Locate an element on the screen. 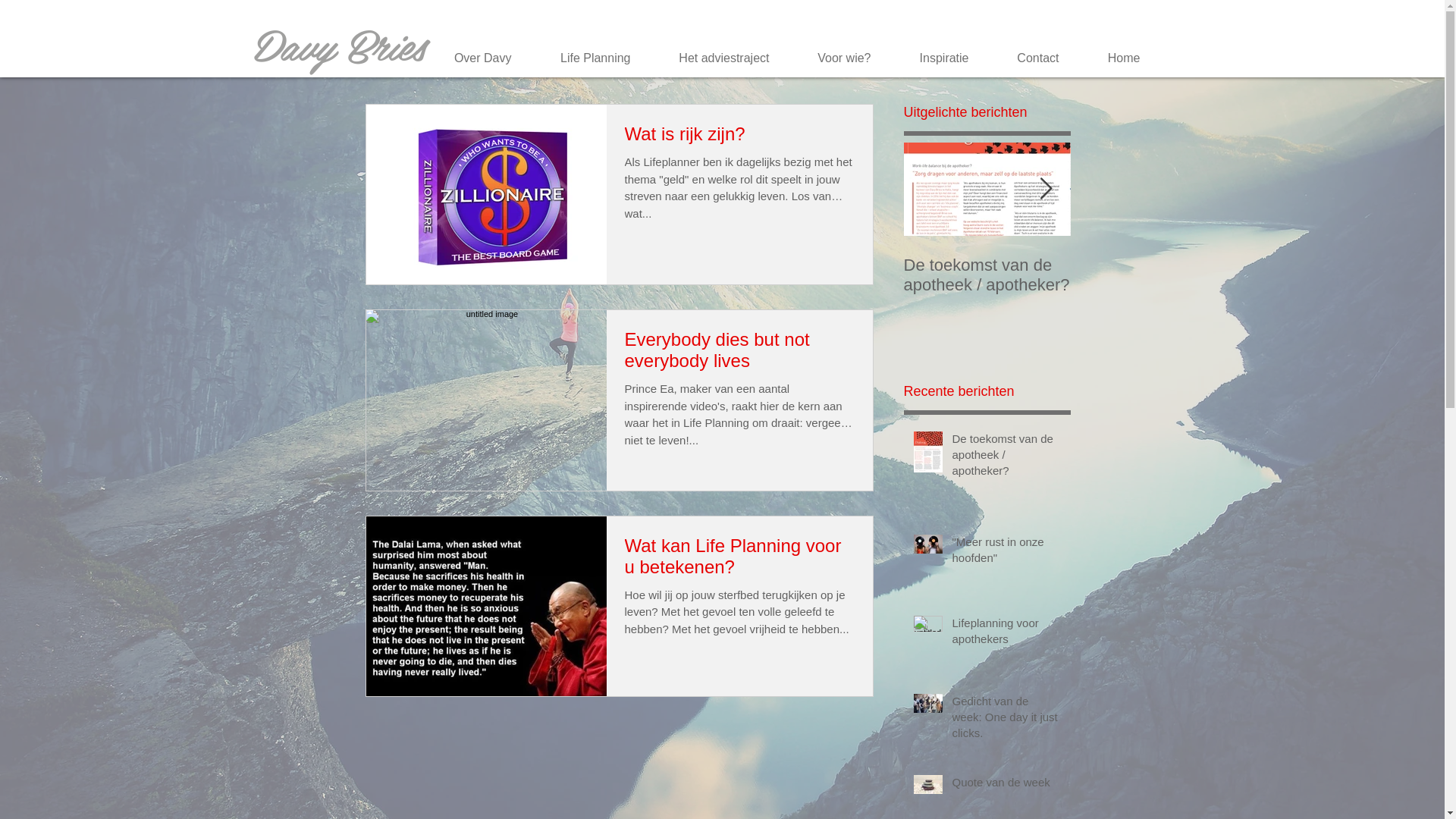  'Wat is Life Planning nu eigenlijk?' is located at coordinates (1320, 275).